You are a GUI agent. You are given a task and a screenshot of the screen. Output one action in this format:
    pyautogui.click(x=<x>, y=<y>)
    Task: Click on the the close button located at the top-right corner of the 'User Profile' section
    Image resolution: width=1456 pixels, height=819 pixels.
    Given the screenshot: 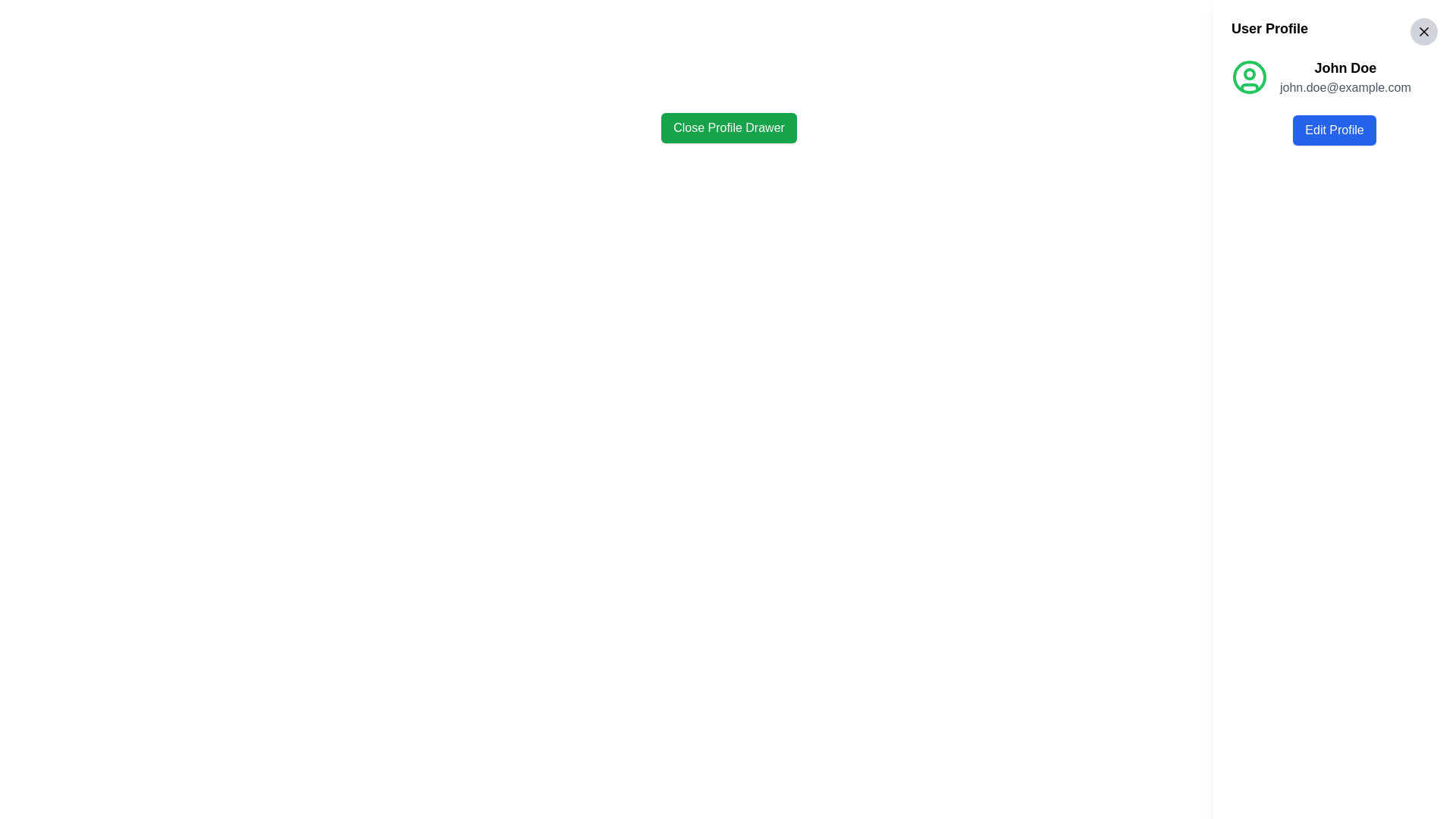 What is the action you would take?
    pyautogui.click(x=1423, y=32)
    